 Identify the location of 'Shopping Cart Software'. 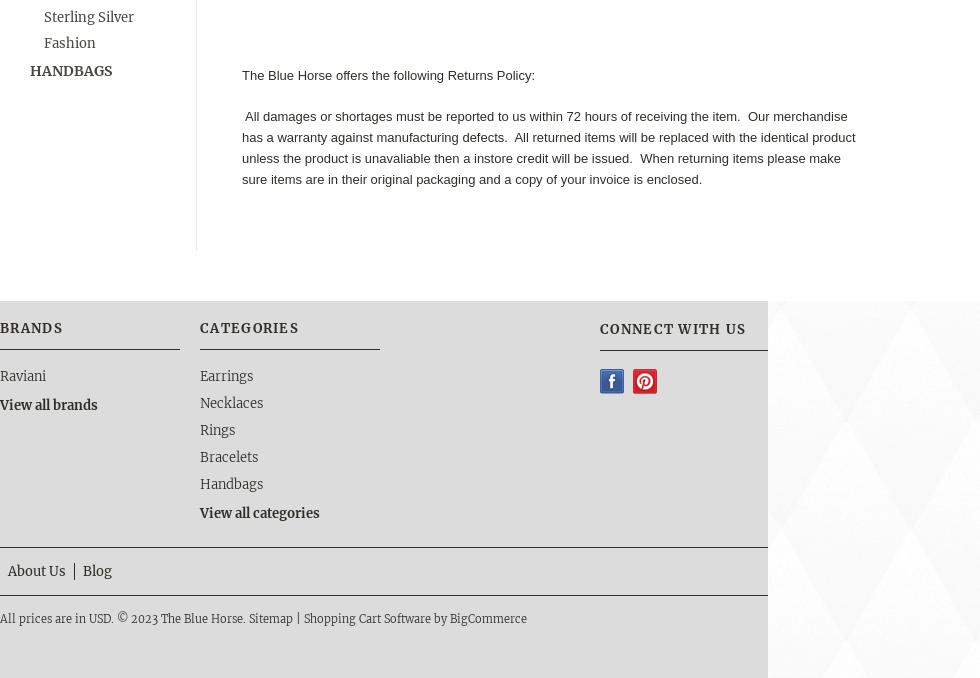
(367, 616).